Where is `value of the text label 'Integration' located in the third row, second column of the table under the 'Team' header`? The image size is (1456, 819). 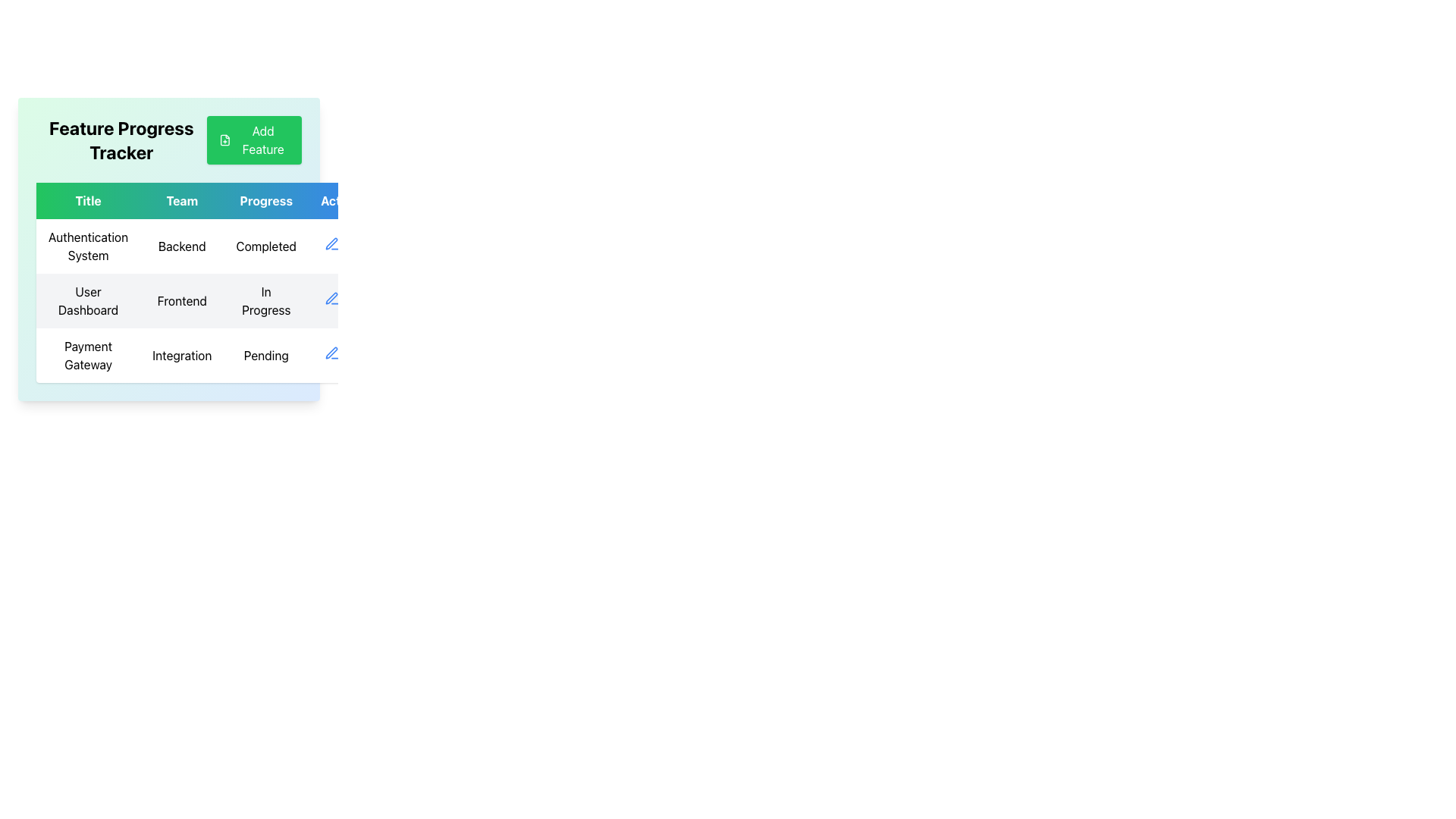 value of the text label 'Integration' located in the third row, second column of the table under the 'Team' header is located at coordinates (182, 356).